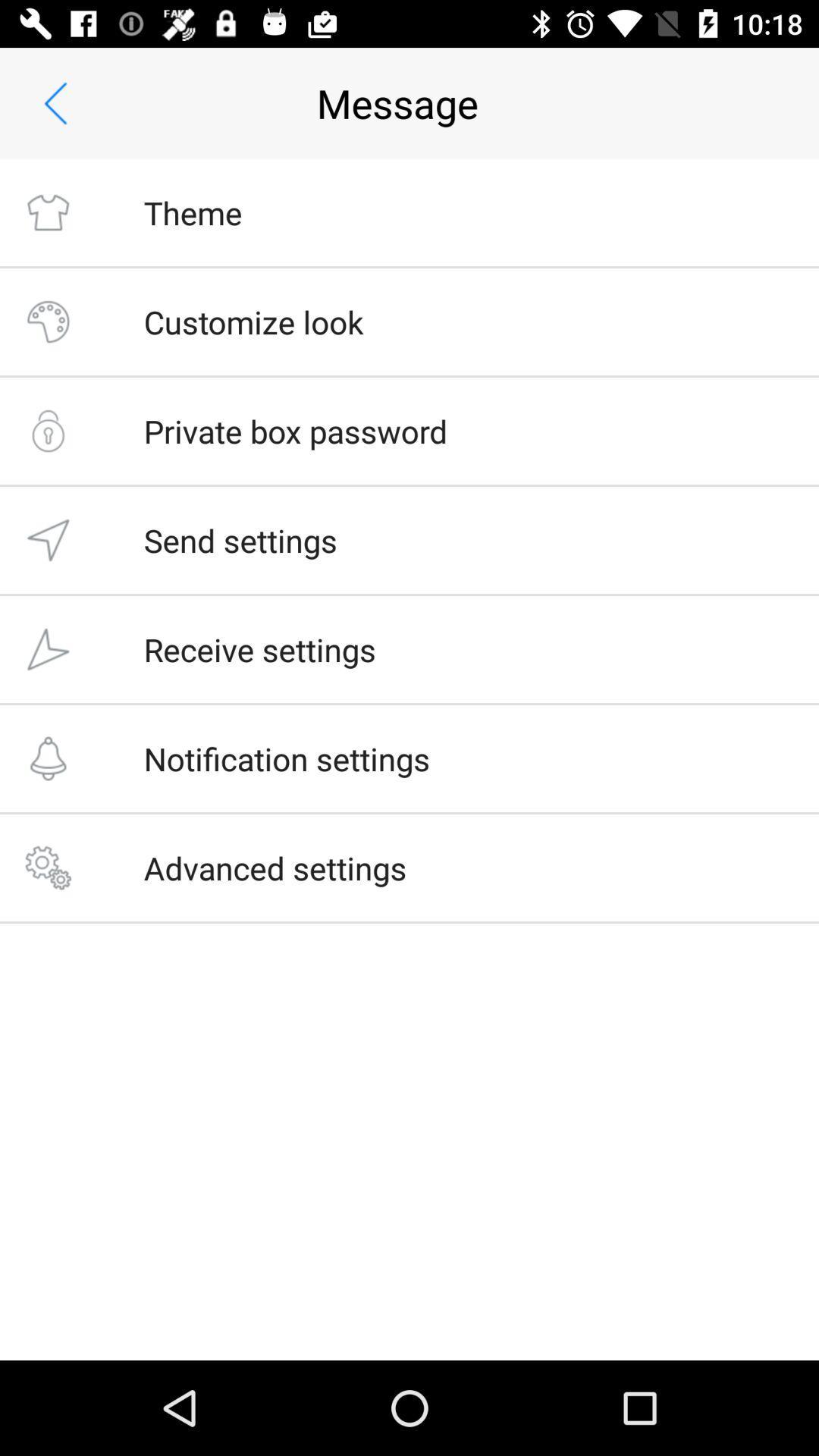 This screenshot has width=819, height=1456. I want to click on the advanced settings item, so click(275, 868).